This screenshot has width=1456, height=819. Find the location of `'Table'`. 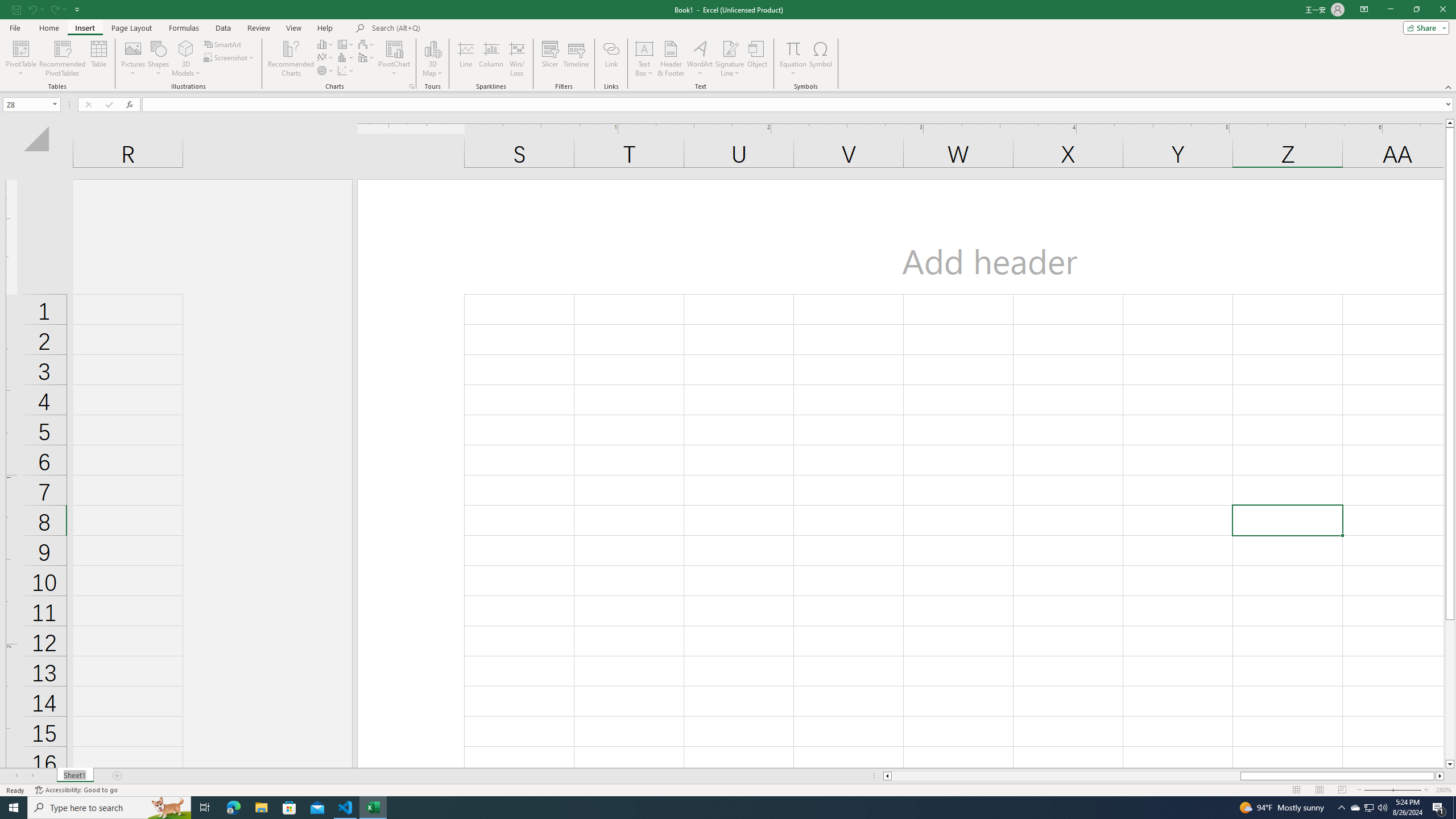

'Table' is located at coordinates (99, 59).